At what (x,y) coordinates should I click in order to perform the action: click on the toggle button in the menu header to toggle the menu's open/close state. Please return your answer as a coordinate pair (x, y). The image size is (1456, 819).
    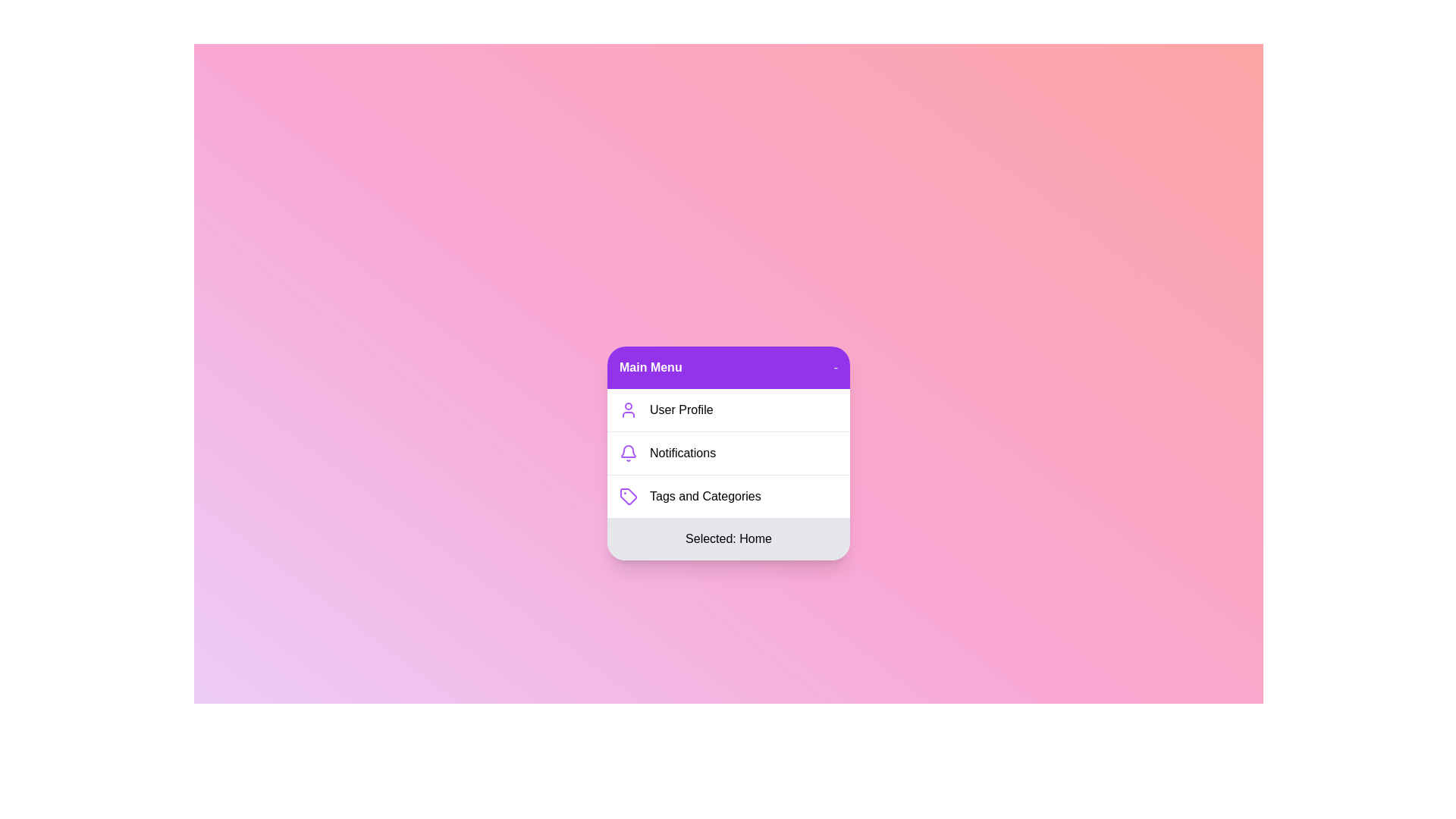
    Looking at the image, I should click on (835, 368).